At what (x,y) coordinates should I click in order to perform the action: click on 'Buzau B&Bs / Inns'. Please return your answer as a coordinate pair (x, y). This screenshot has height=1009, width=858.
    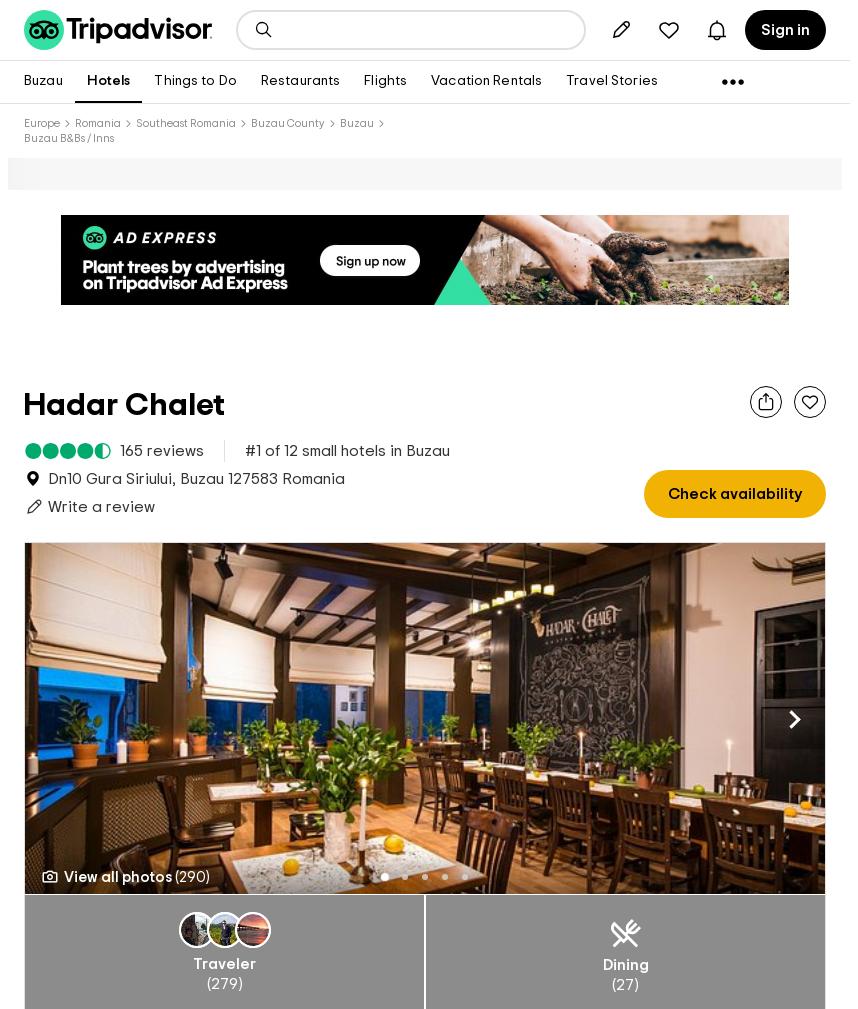
    Looking at the image, I should click on (67, 137).